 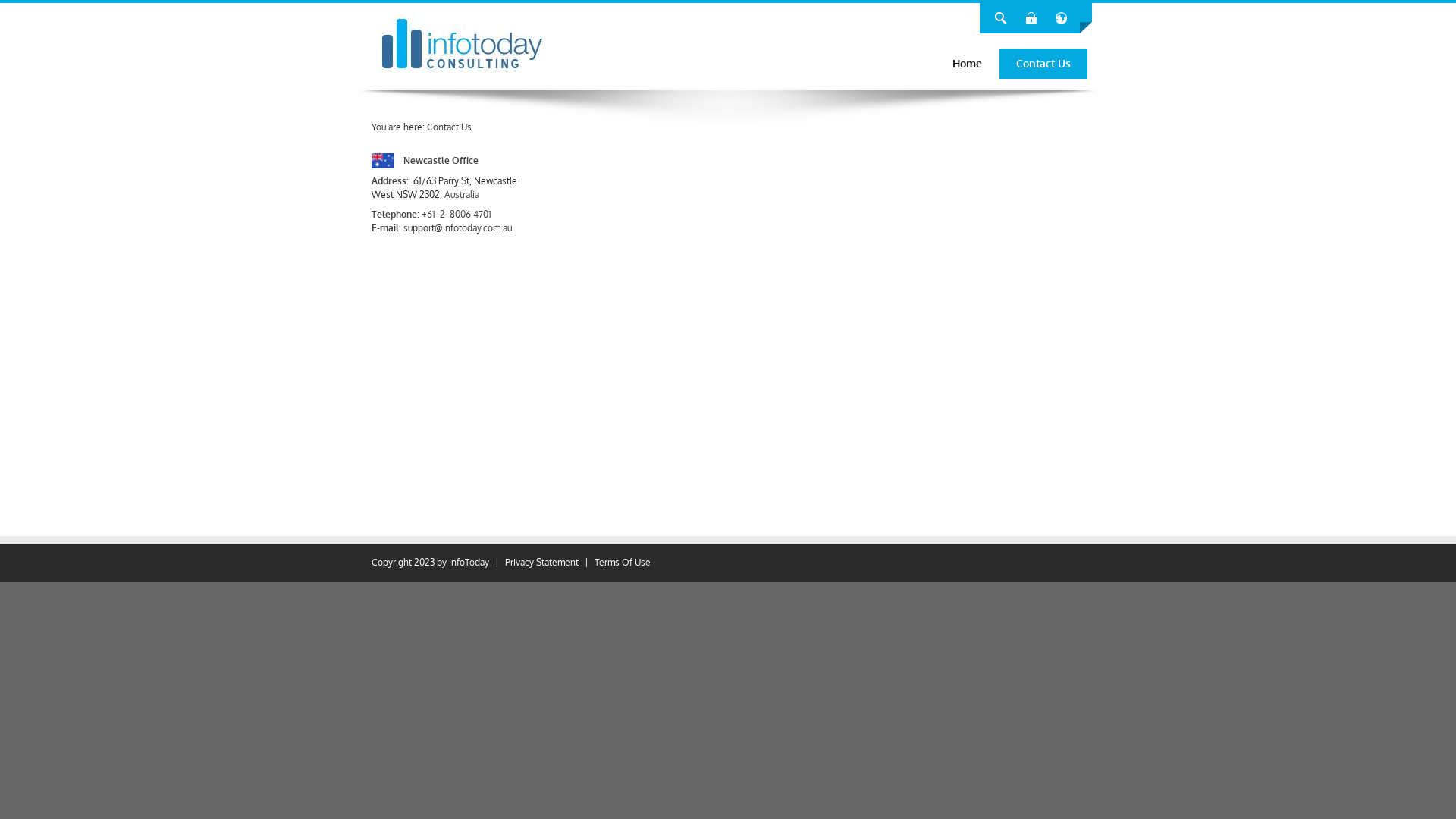 I want to click on 'Change Language', so click(x=1060, y=17).